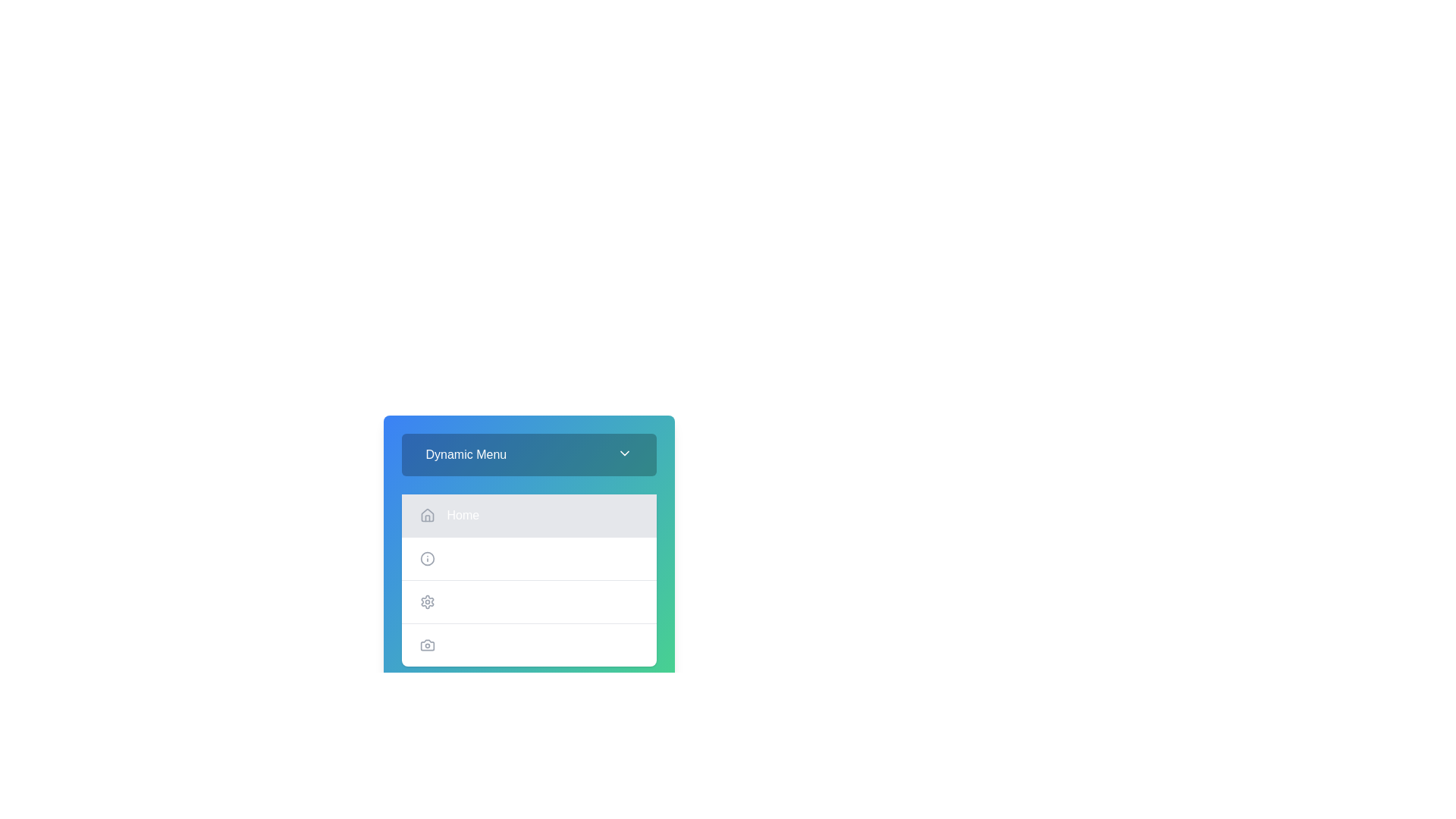 The height and width of the screenshot is (819, 1456). I want to click on the 'Home' icon in the menu list, which is represented by a visual icon to the left of the text label 'Home' and is currently active with a gray background, so click(426, 514).